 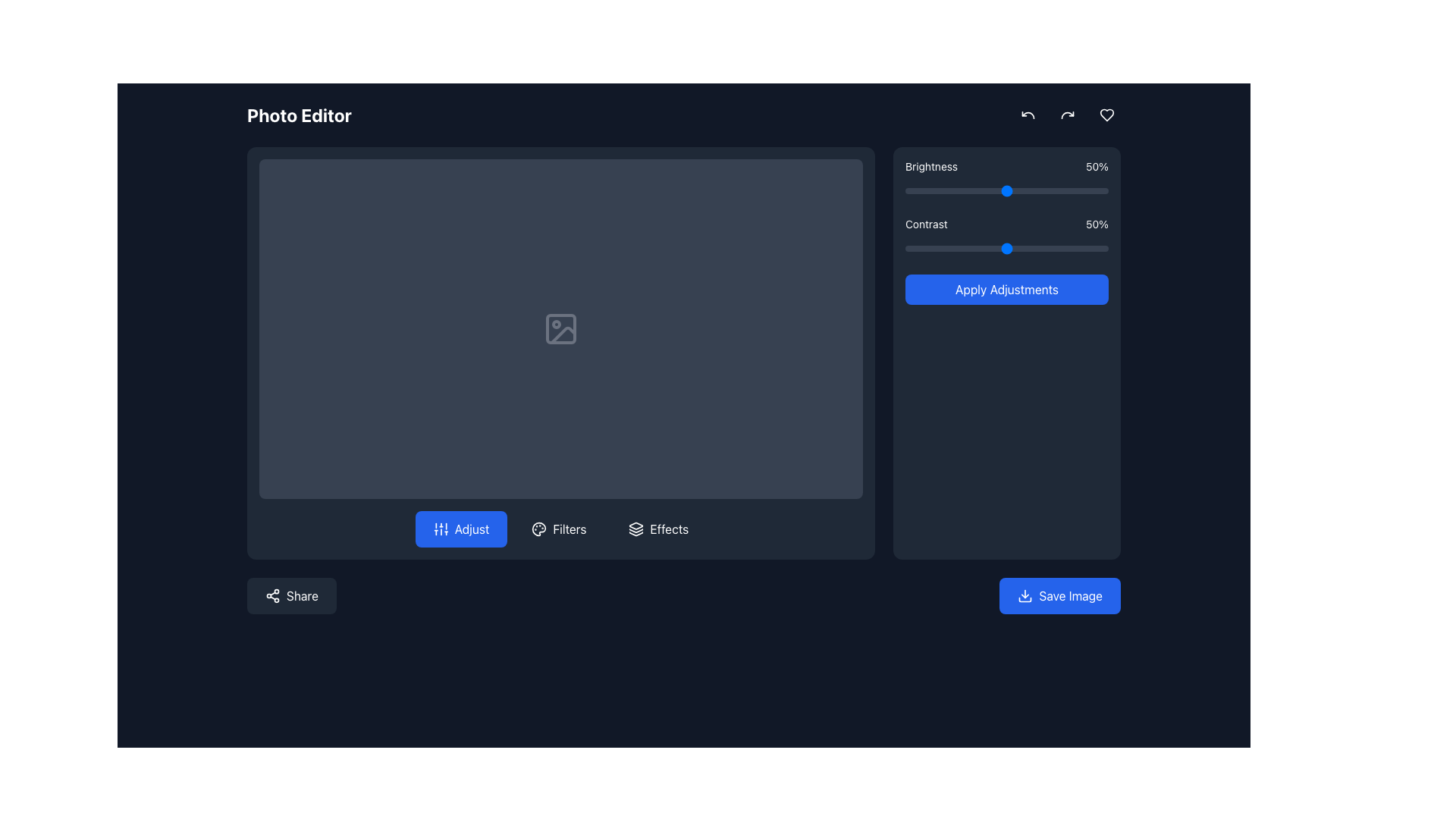 I want to click on the download icon that resembles a downward arrow pointing to a horizontal line, located at the left side of the 'Save Image' button in the bottom-right corner of the main interface, so click(x=1025, y=595).